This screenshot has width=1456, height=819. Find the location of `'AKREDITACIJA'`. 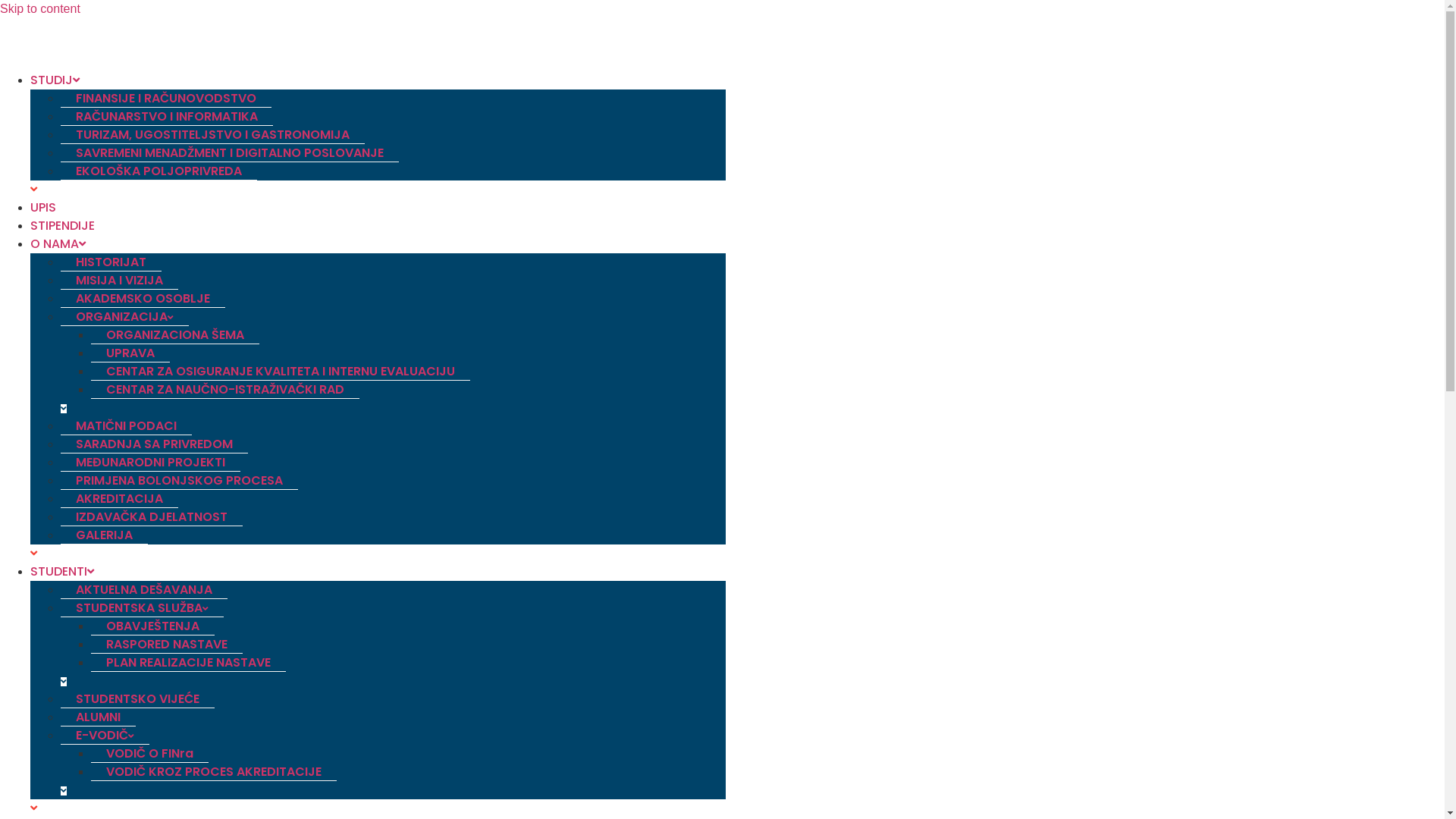

'AKREDITACIJA' is located at coordinates (118, 499).